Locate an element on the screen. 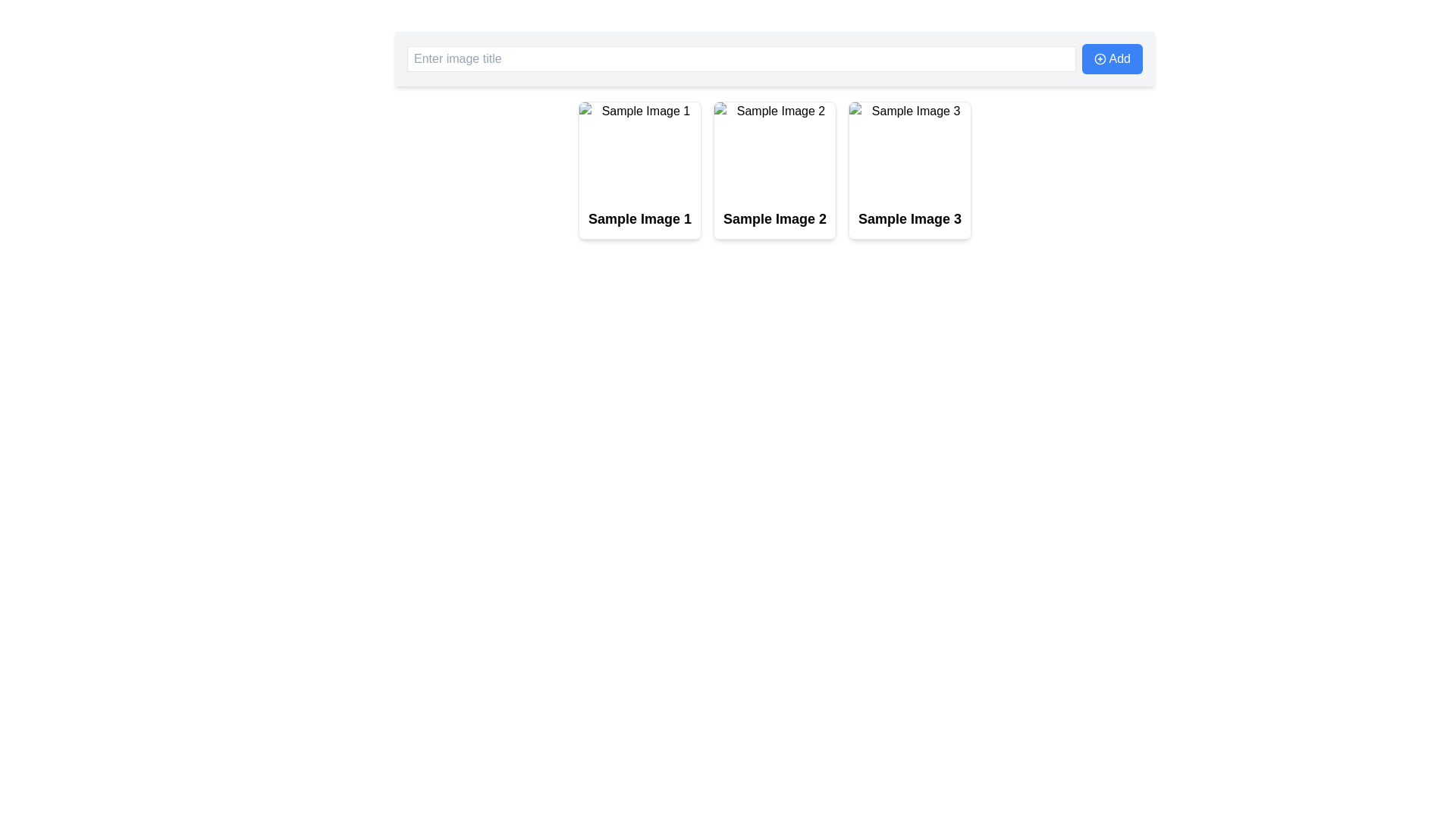 Image resolution: width=1456 pixels, height=819 pixels. bold text label 'Sample Image 1' located at the bottom of the first white card in a series of three cards is located at coordinates (639, 219).